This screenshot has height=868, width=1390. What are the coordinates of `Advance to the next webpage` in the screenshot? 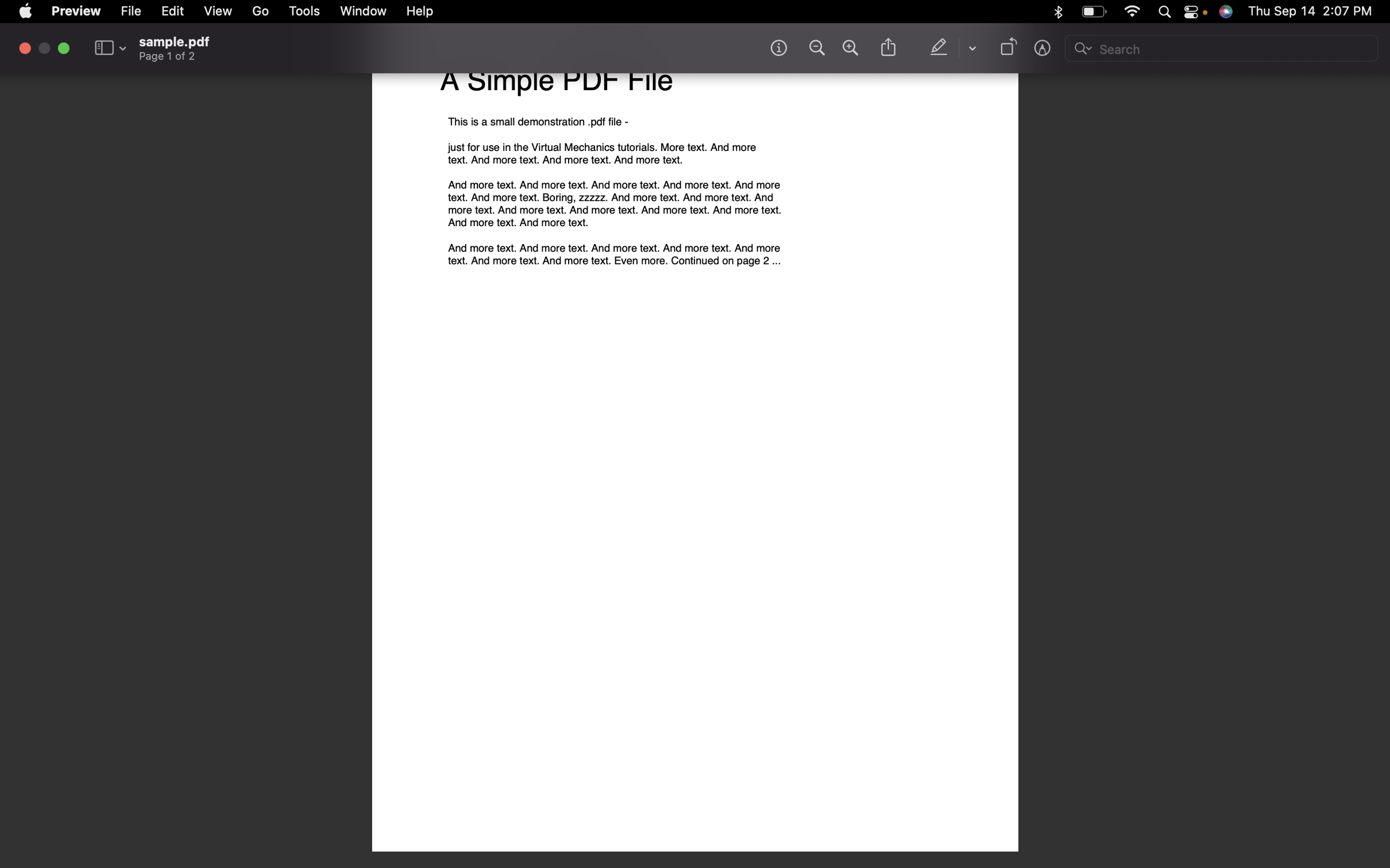 It's located at (261, 13).